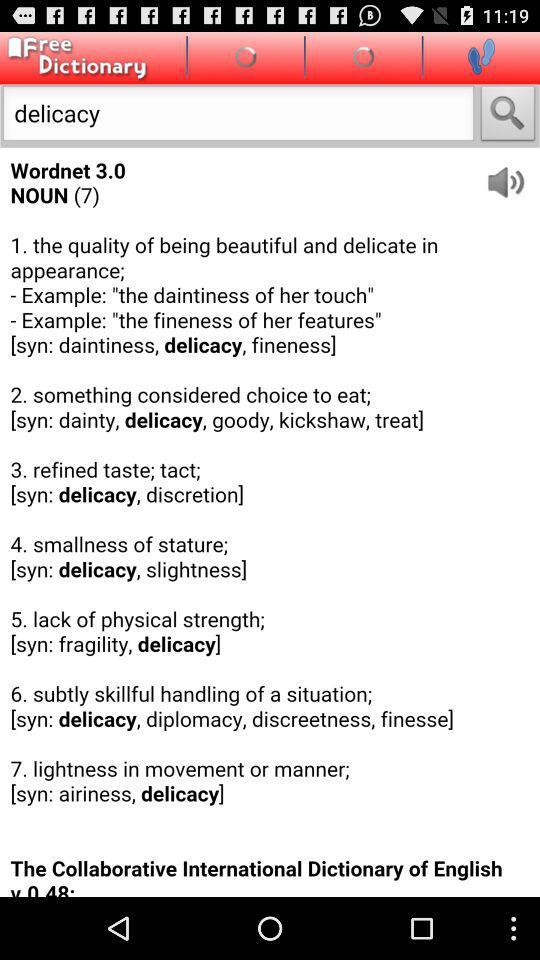  Describe the element at coordinates (73, 57) in the screenshot. I see `main page` at that location.